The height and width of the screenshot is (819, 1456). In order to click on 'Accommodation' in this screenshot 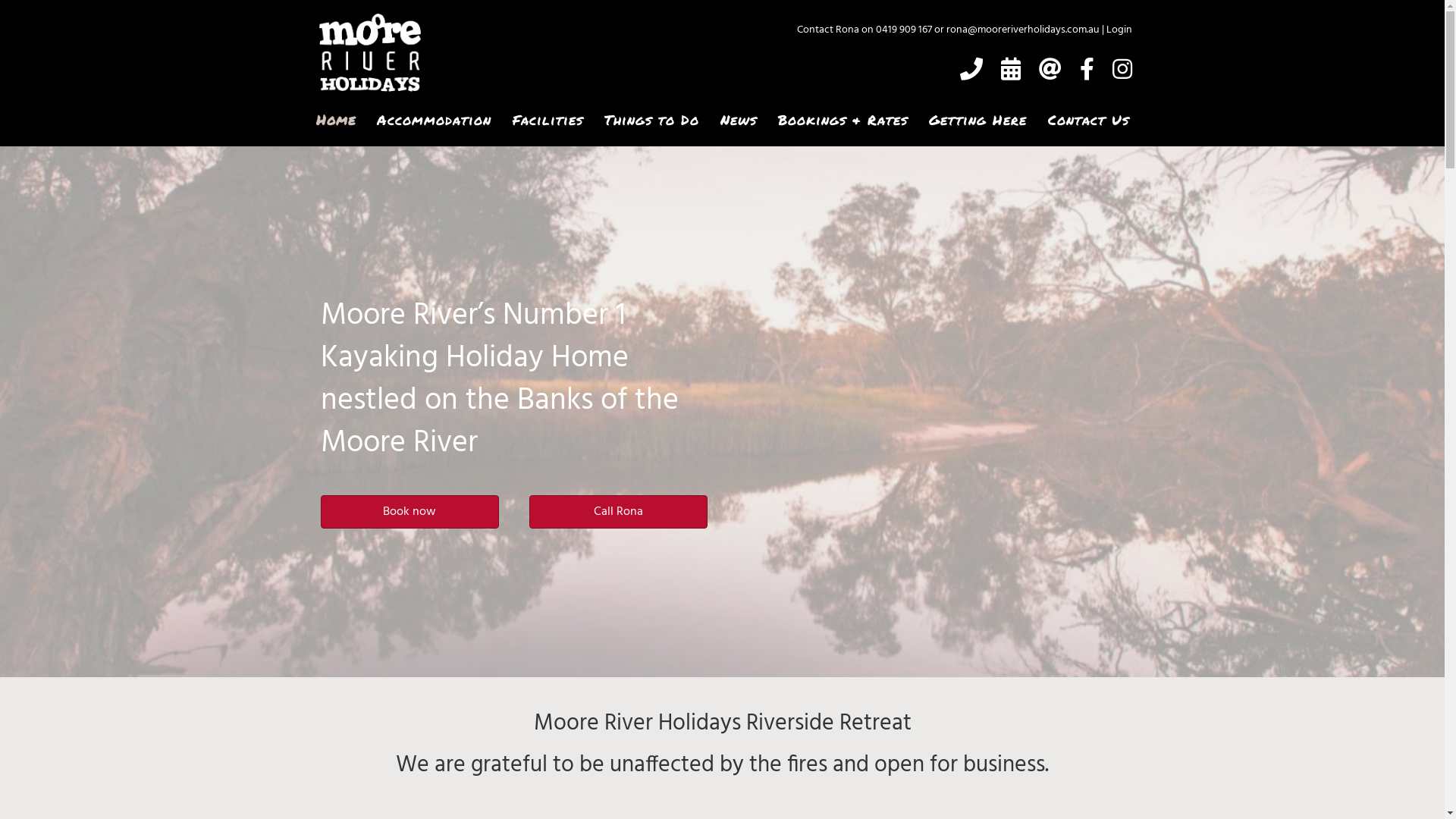, I will do `click(432, 119)`.